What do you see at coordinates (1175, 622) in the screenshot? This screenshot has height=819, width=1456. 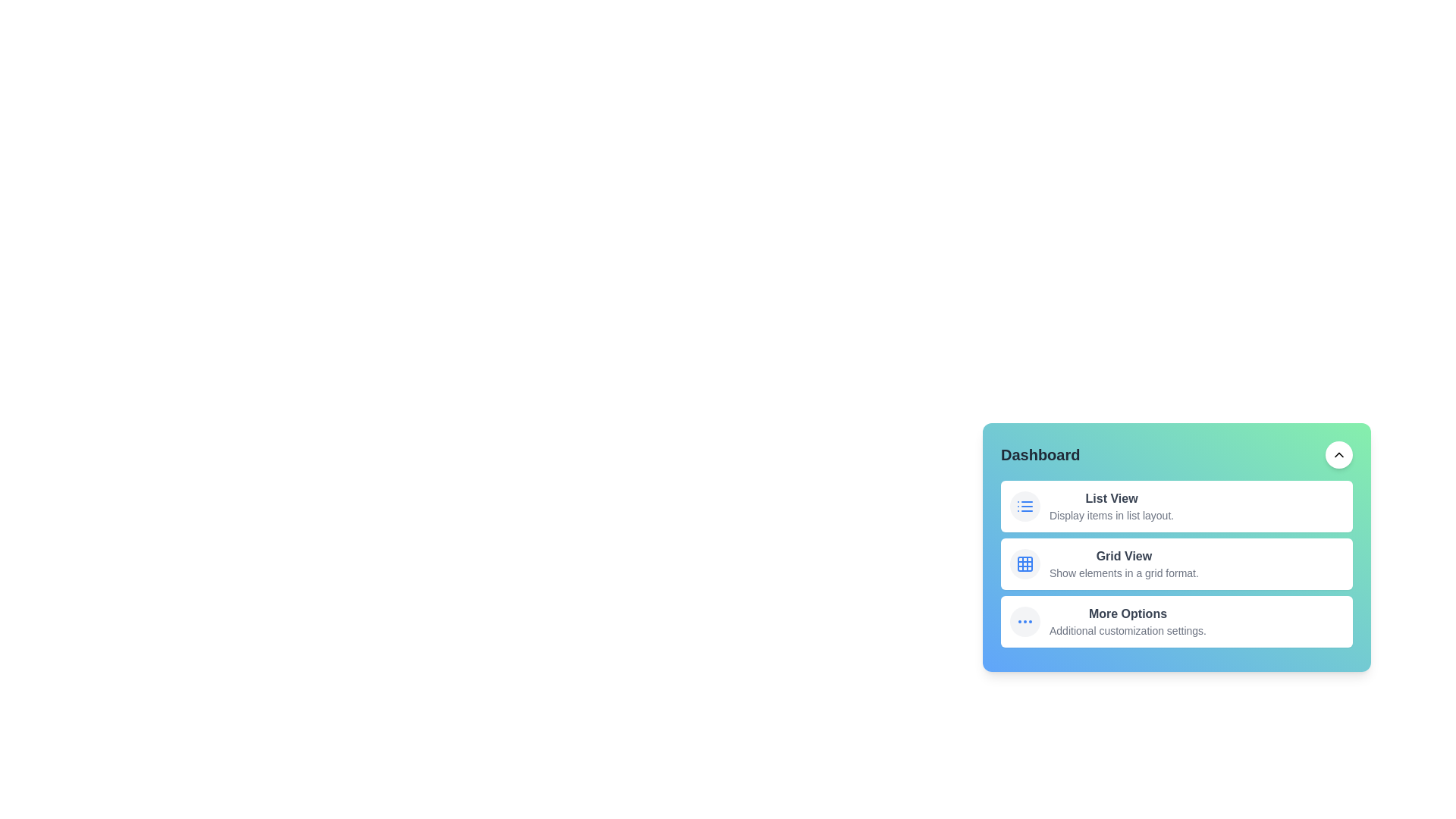 I see `the 'More Options' option in the dashboard` at bounding box center [1175, 622].